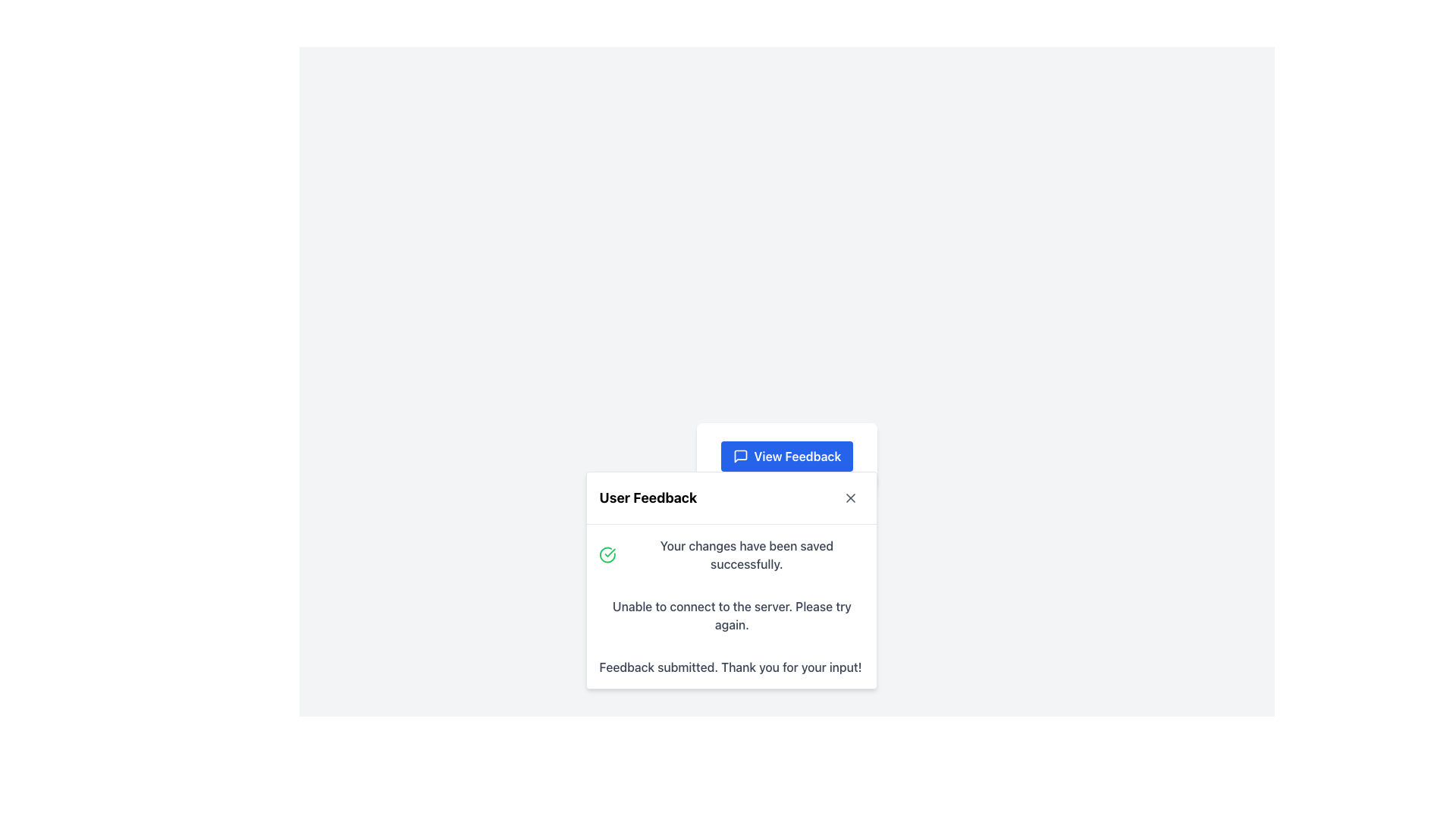  Describe the element at coordinates (732, 666) in the screenshot. I see `the text element displaying 'Feedback submitted. Thank you for your input!' which is positioned below the message 'Unable to connect to the server. Please try again.'` at that location.